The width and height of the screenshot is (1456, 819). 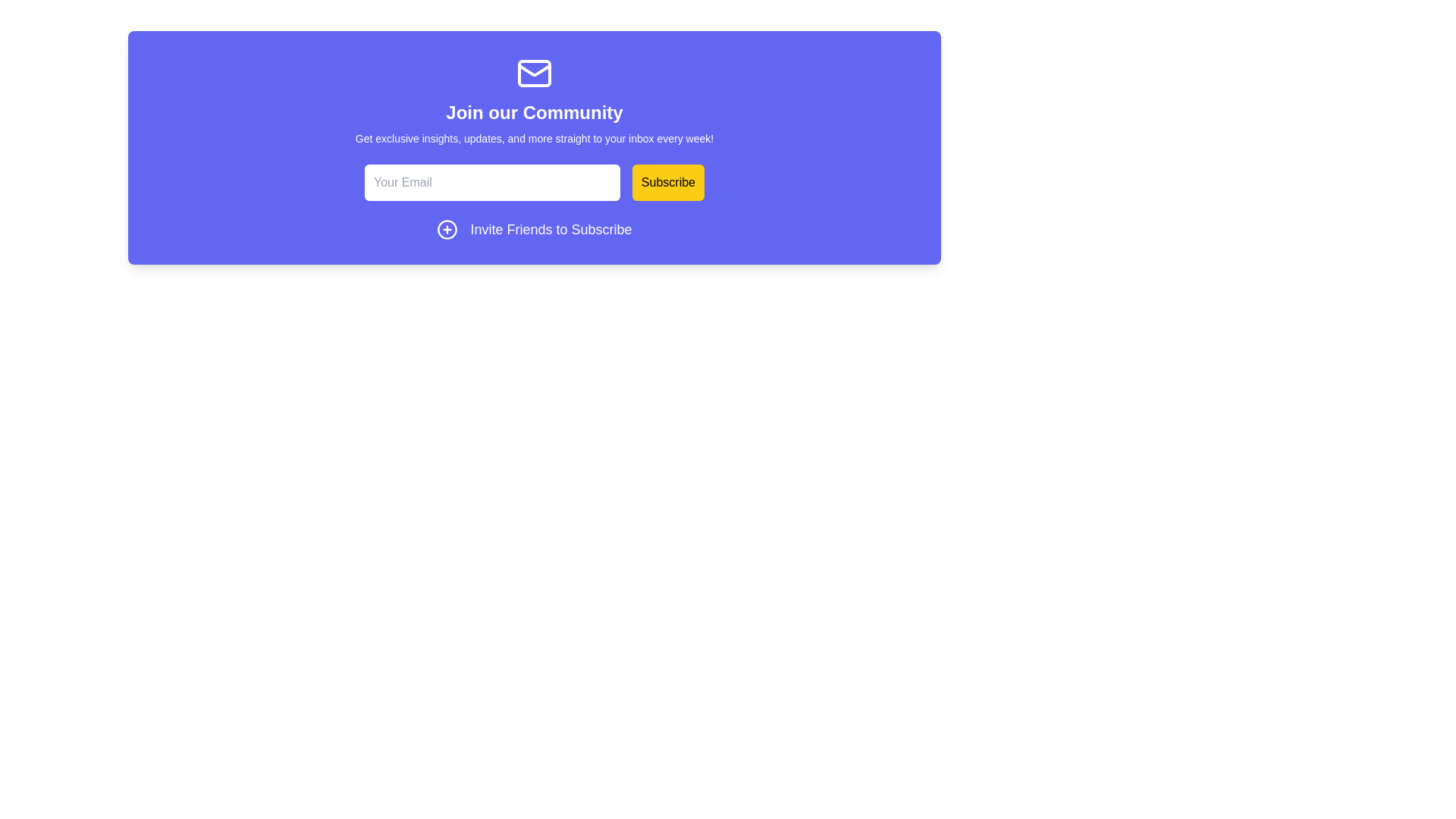 What do you see at coordinates (550, 230) in the screenshot?
I see `text label displaying 'Invite Friends to Subscribe' located below the email subscription input field and button` at bounding box center [550, 230].